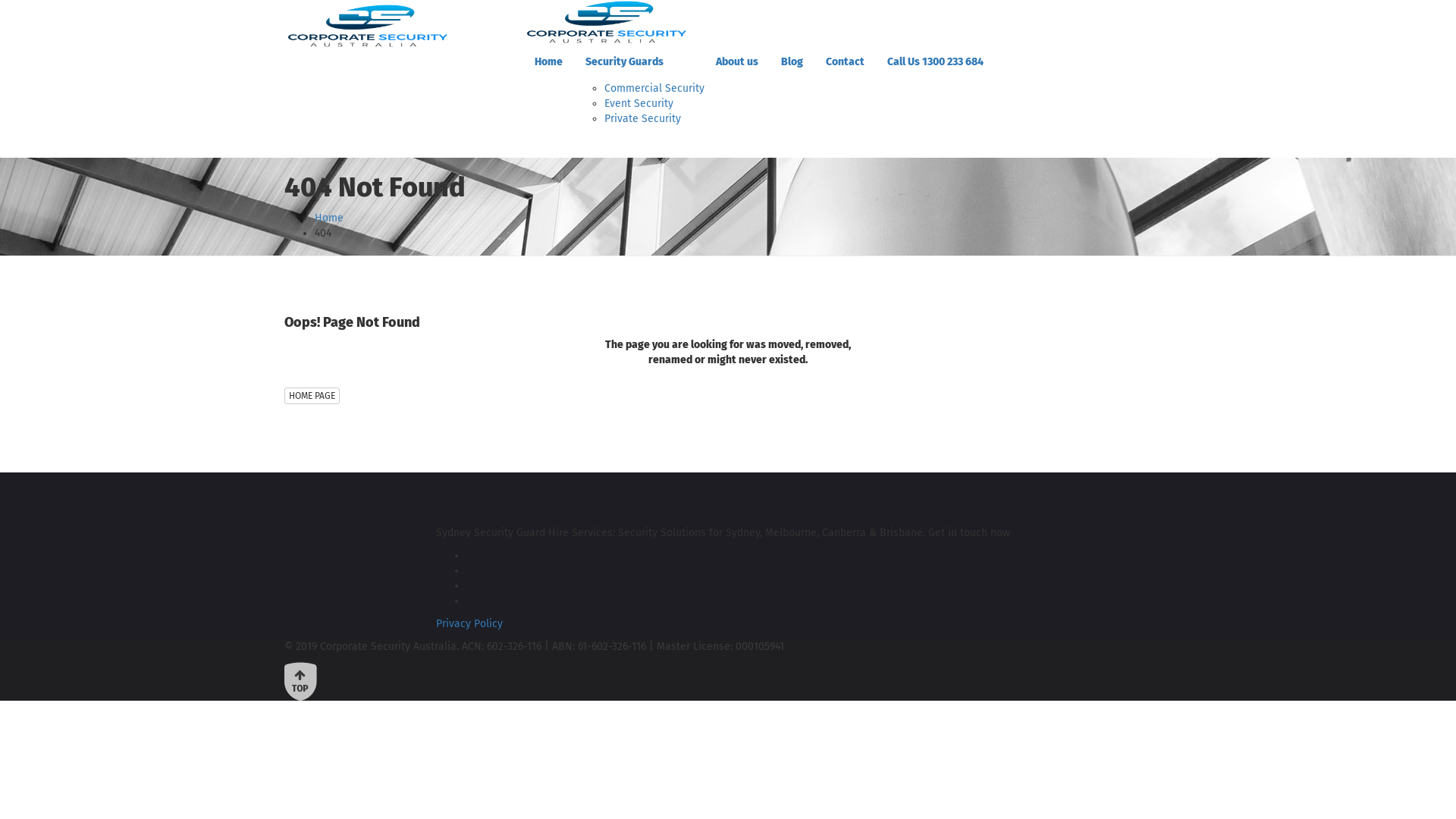 The image size is (1456, 819). I want to click on 'Blog', so click(769, 61).